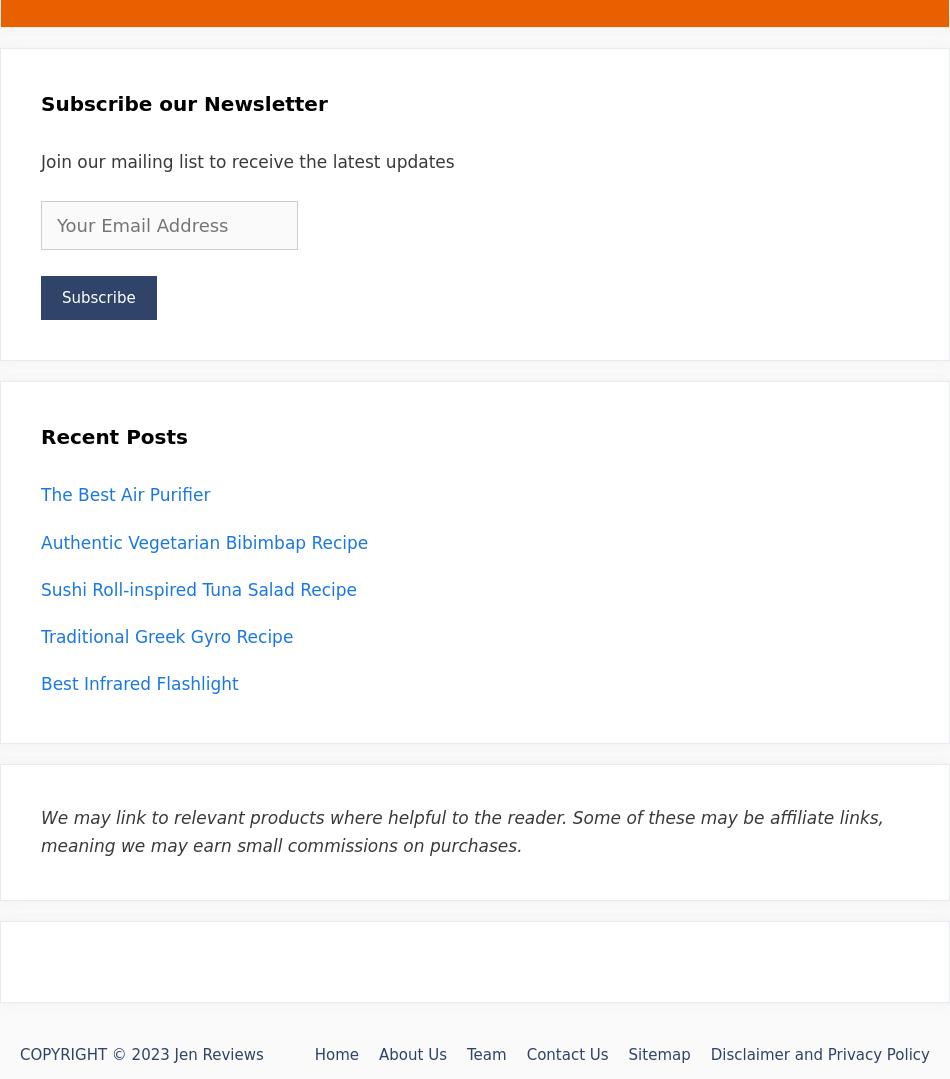 This screenshot has height=1079, width=950. I want to click on 'Traditional Greek Gyro Recipe', so click(167, 634).